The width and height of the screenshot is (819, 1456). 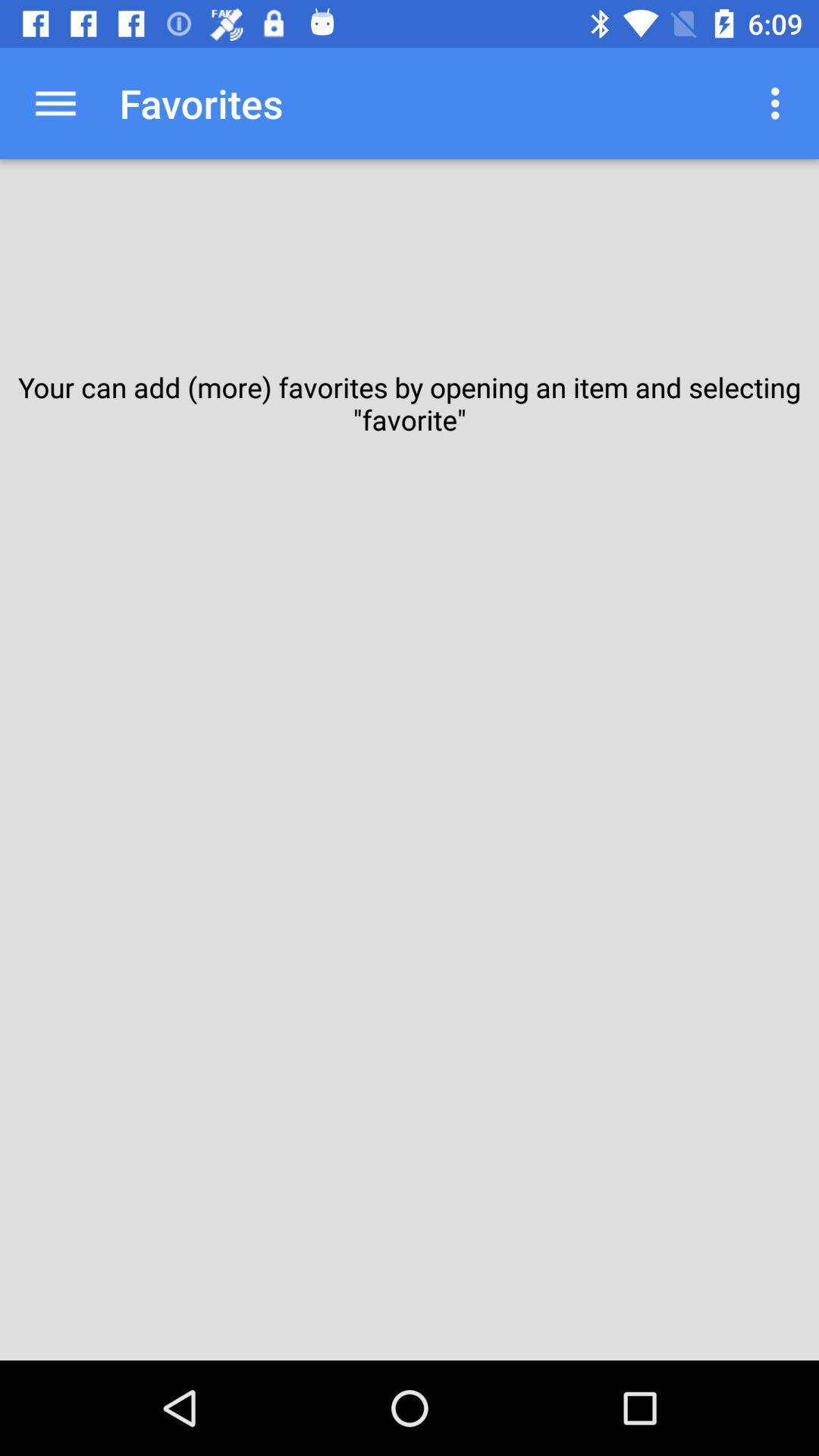 I want to click on icon next to the favorites, so click(x=55, y=102).